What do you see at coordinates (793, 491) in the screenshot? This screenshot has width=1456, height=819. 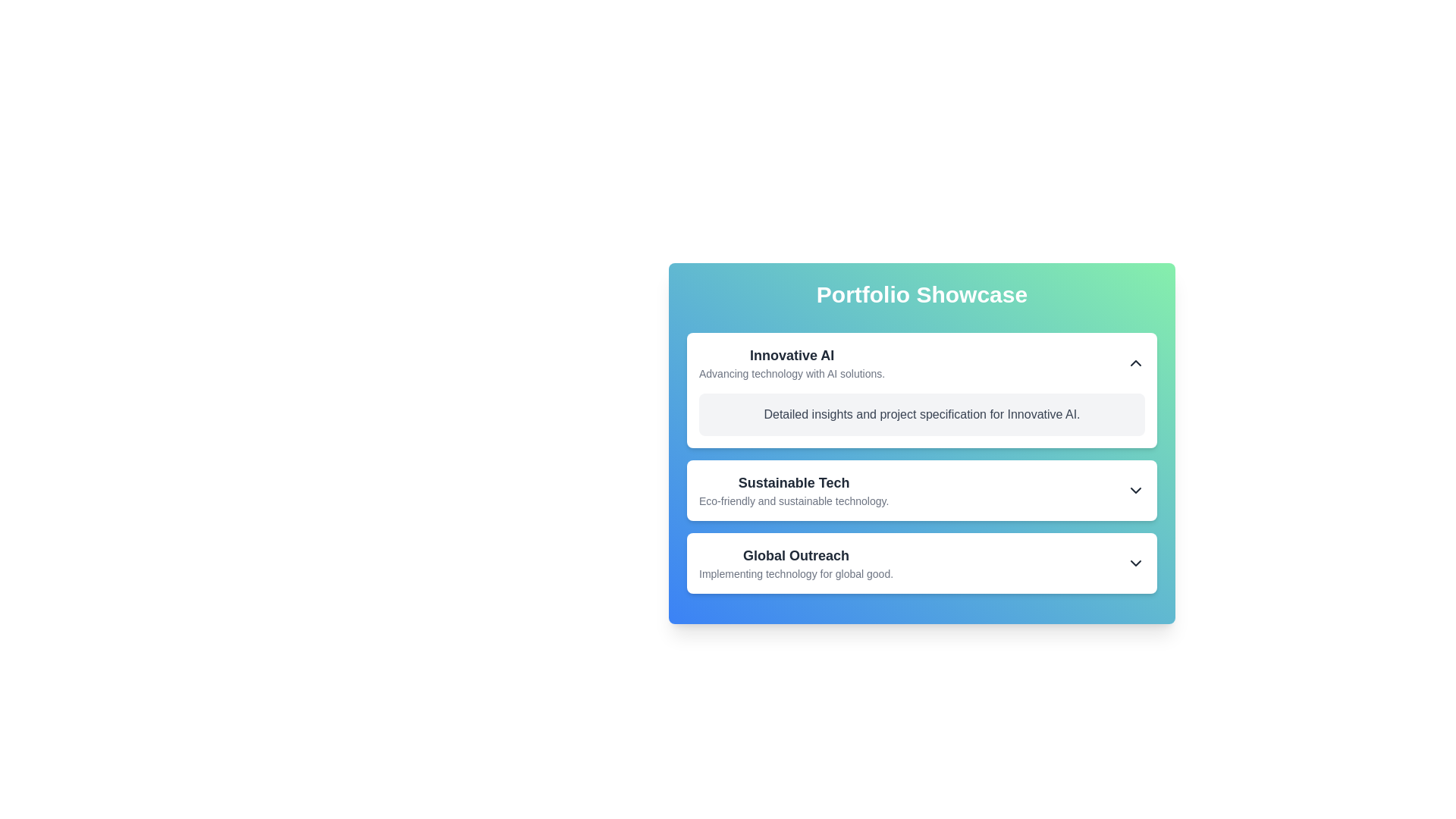 I see `the descriptive text component titled 'Sustainable Tech' to enhance accessibility` at bounding box center [793, 491].